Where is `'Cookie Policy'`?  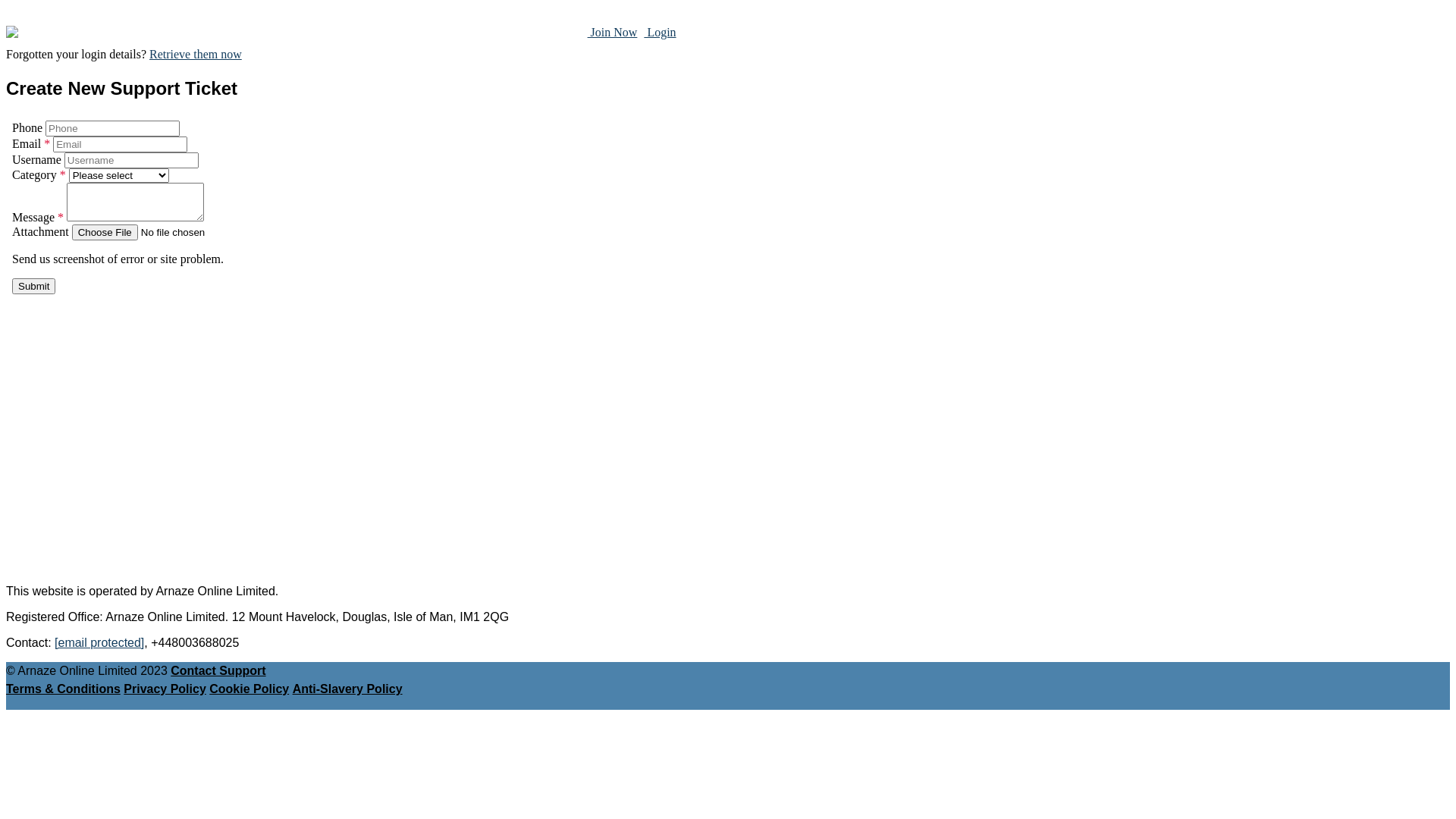
'Cookie Policy' is located at coordinates (249, 689).